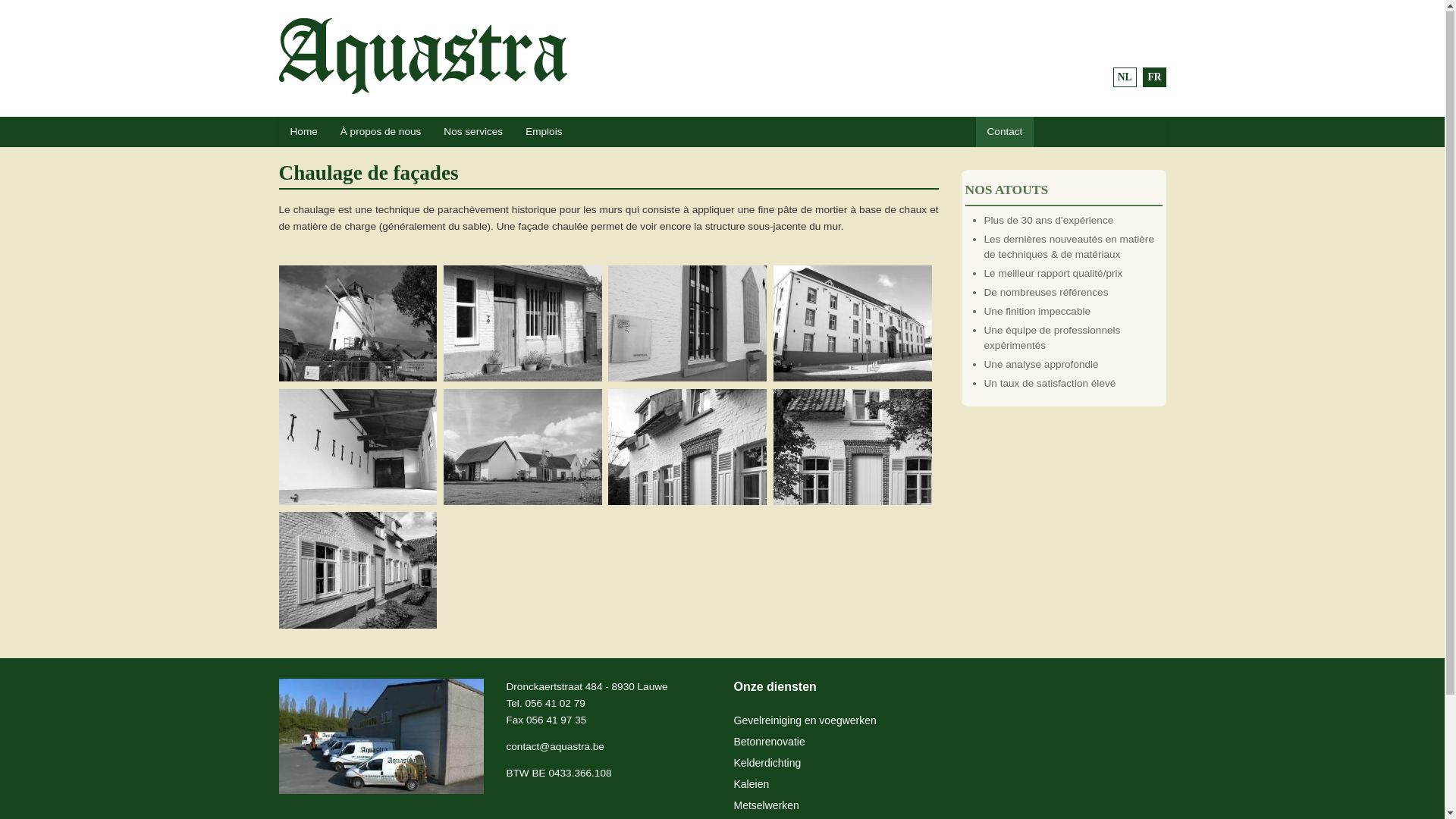 Image resolution: width=1456 pixels, height=819 pixels. I want to click on 'Skip to navigation', so click(40, 19).